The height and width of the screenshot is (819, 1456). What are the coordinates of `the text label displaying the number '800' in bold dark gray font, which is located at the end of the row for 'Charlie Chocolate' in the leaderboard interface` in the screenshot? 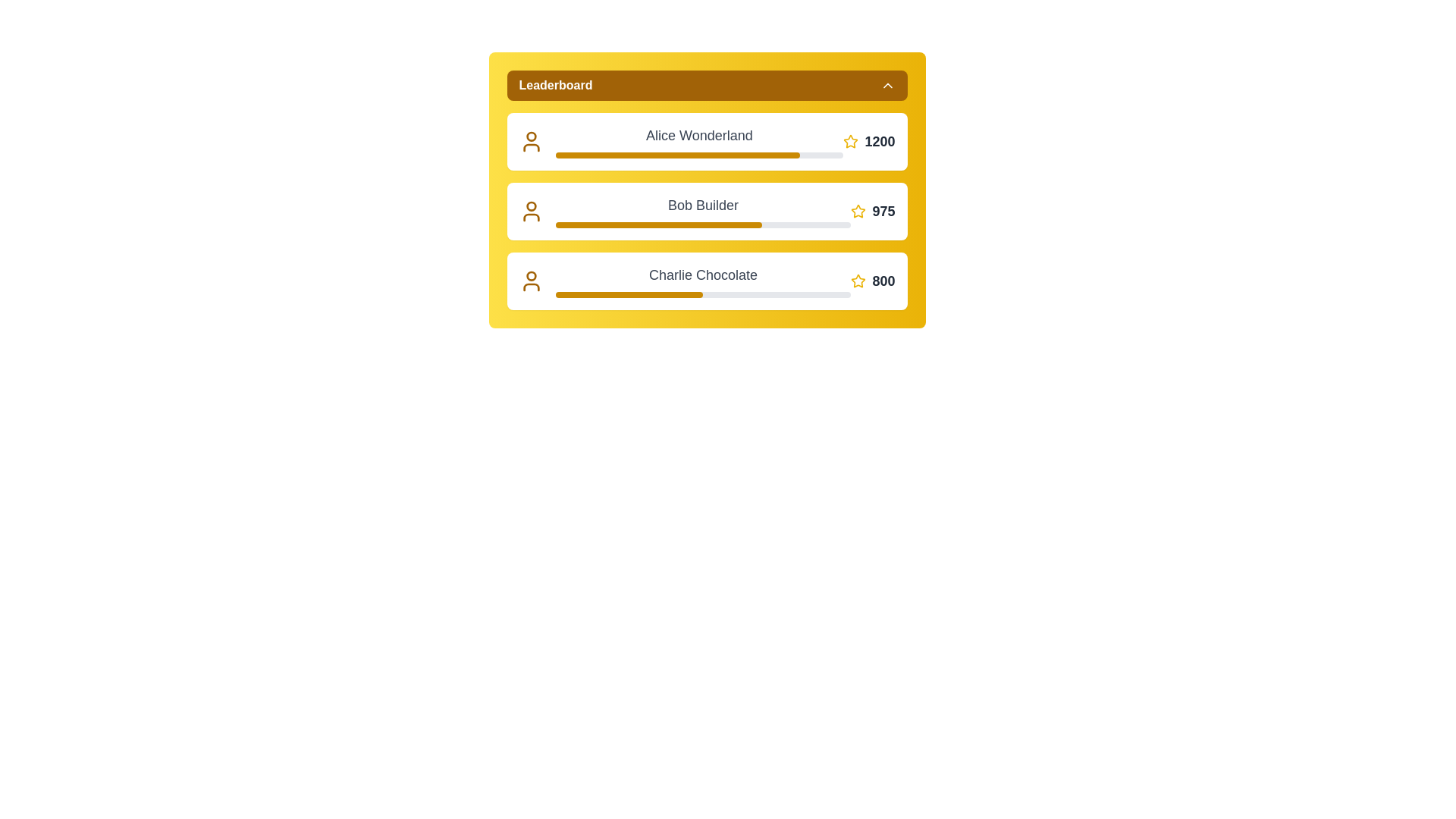 It's located at (883, 281).